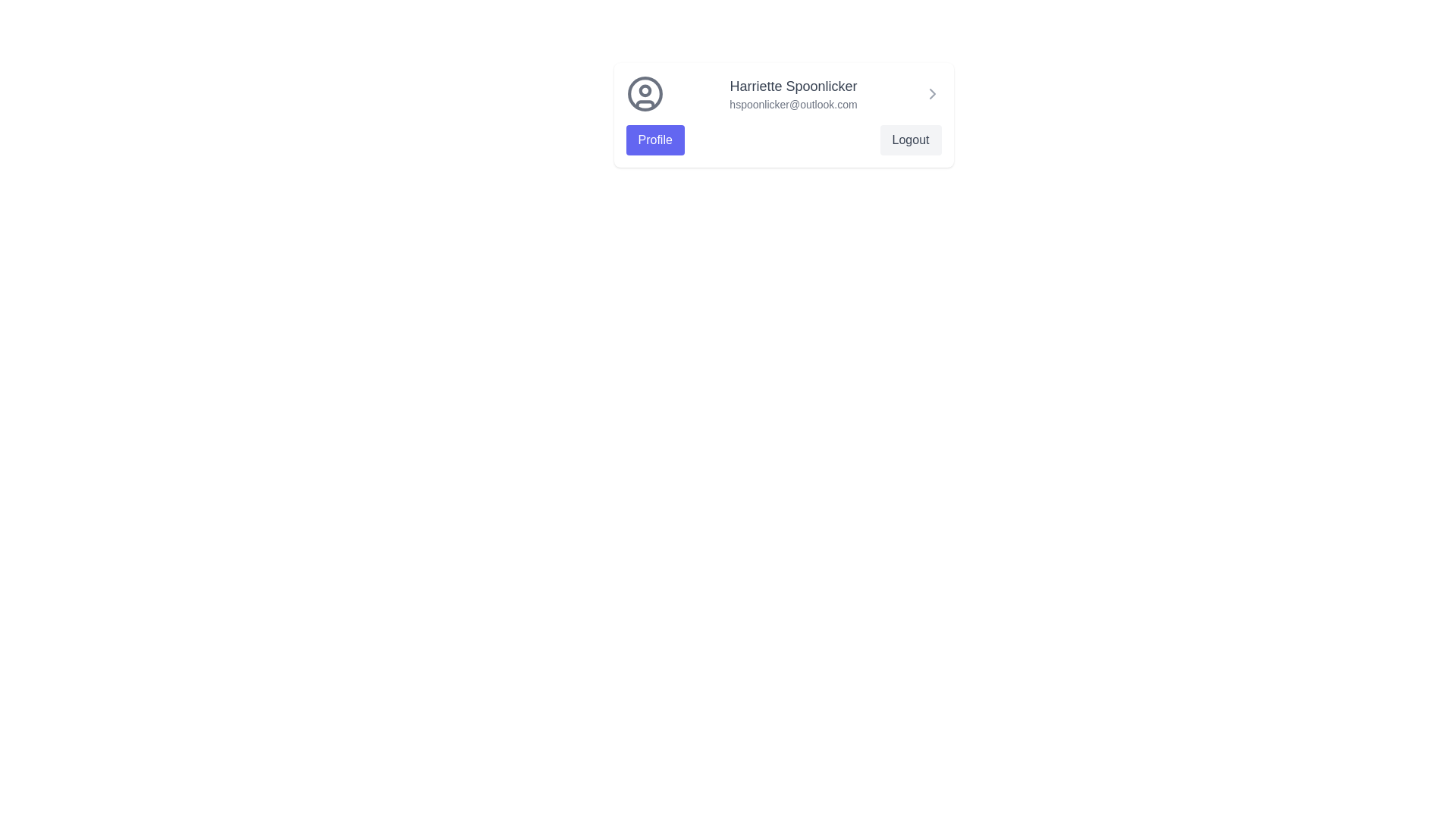  I want to click on the user name text label located at the top center of the user information section, which indicates the user's name, so click(792, 86).